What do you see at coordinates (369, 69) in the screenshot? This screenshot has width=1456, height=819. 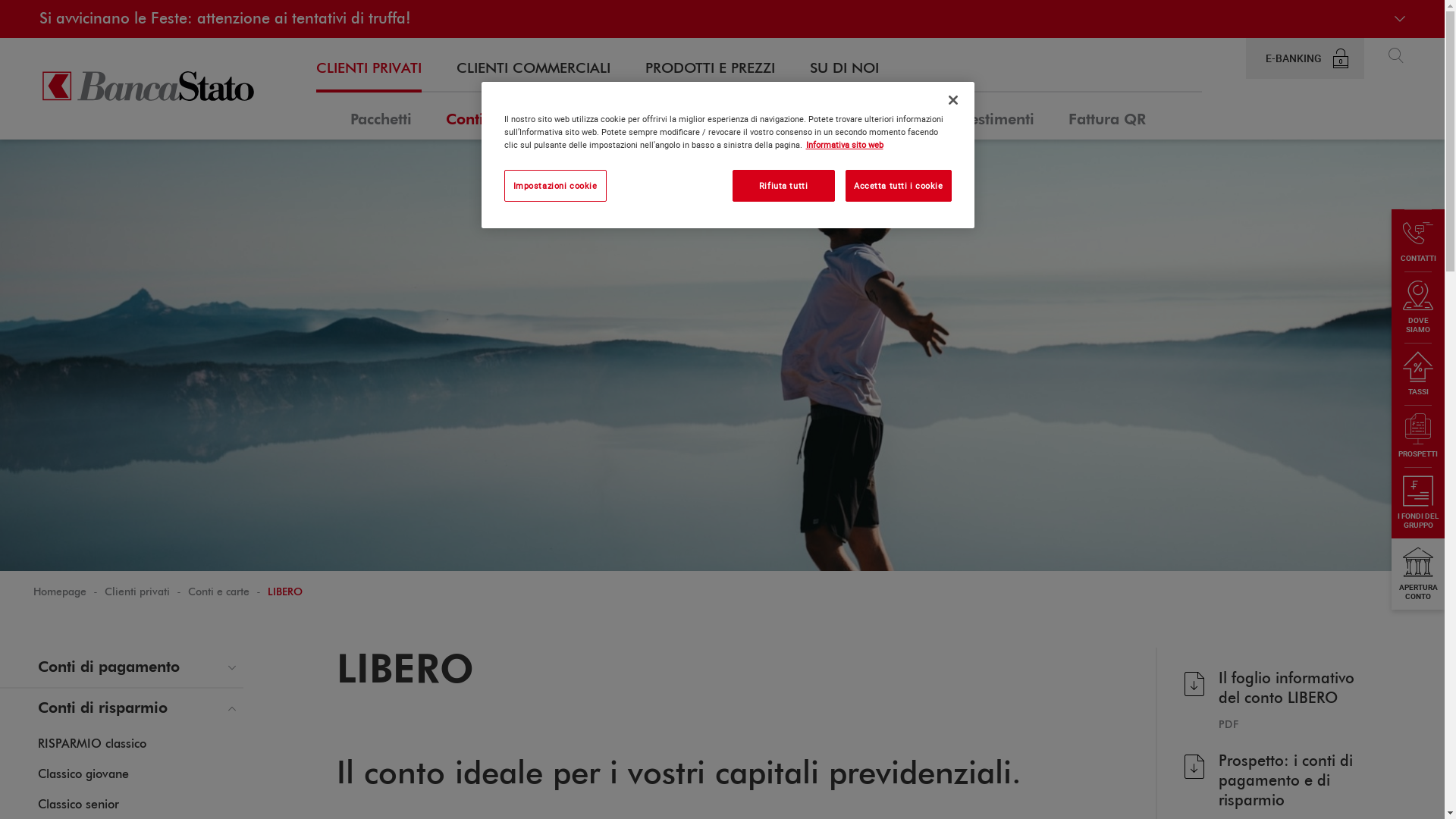 I see `'CLIENTI PRIVATI'` at bounding box center [369, 69].